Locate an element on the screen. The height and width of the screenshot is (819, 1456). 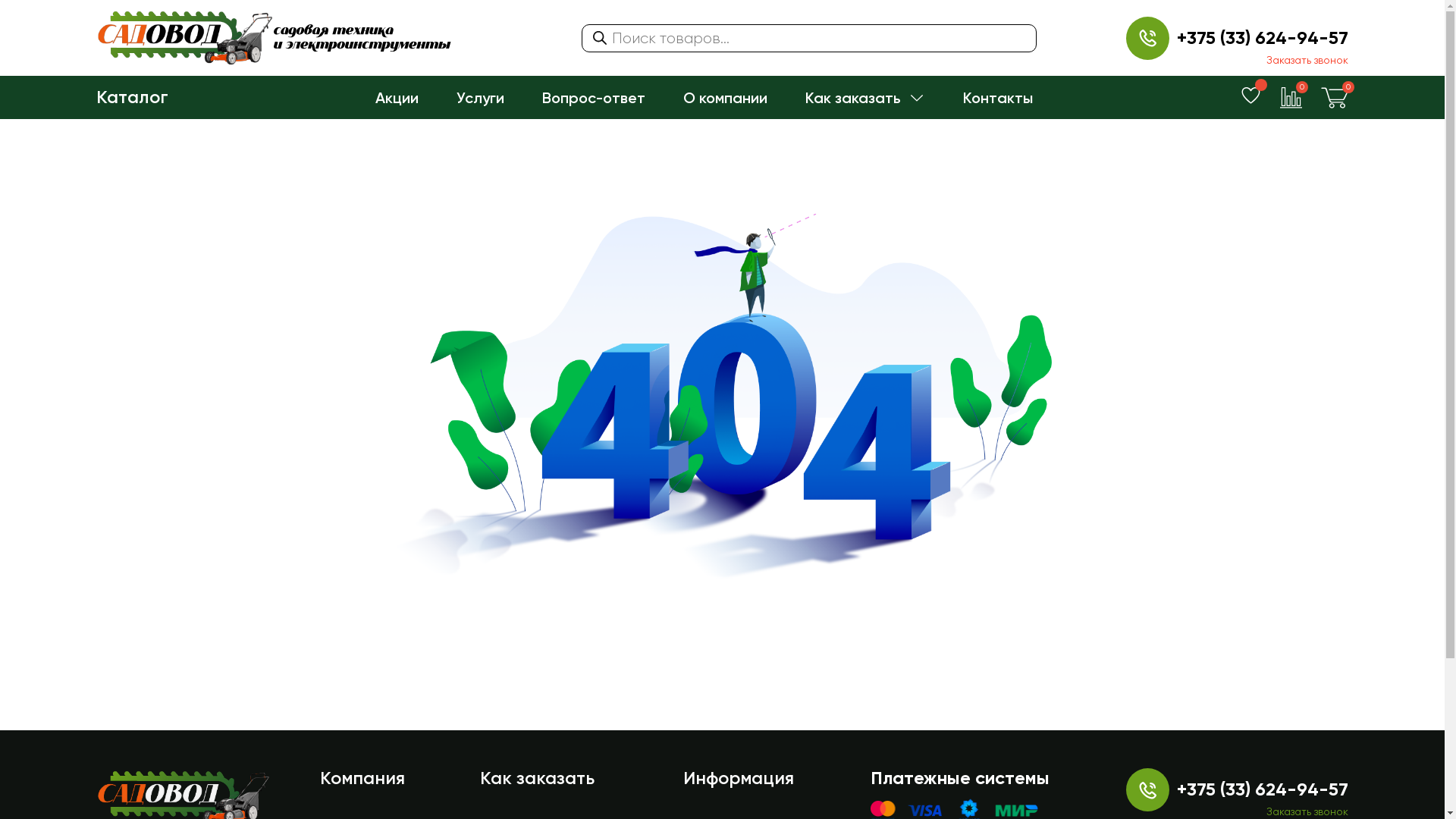
'0' is located at coordinates (1335, 96).